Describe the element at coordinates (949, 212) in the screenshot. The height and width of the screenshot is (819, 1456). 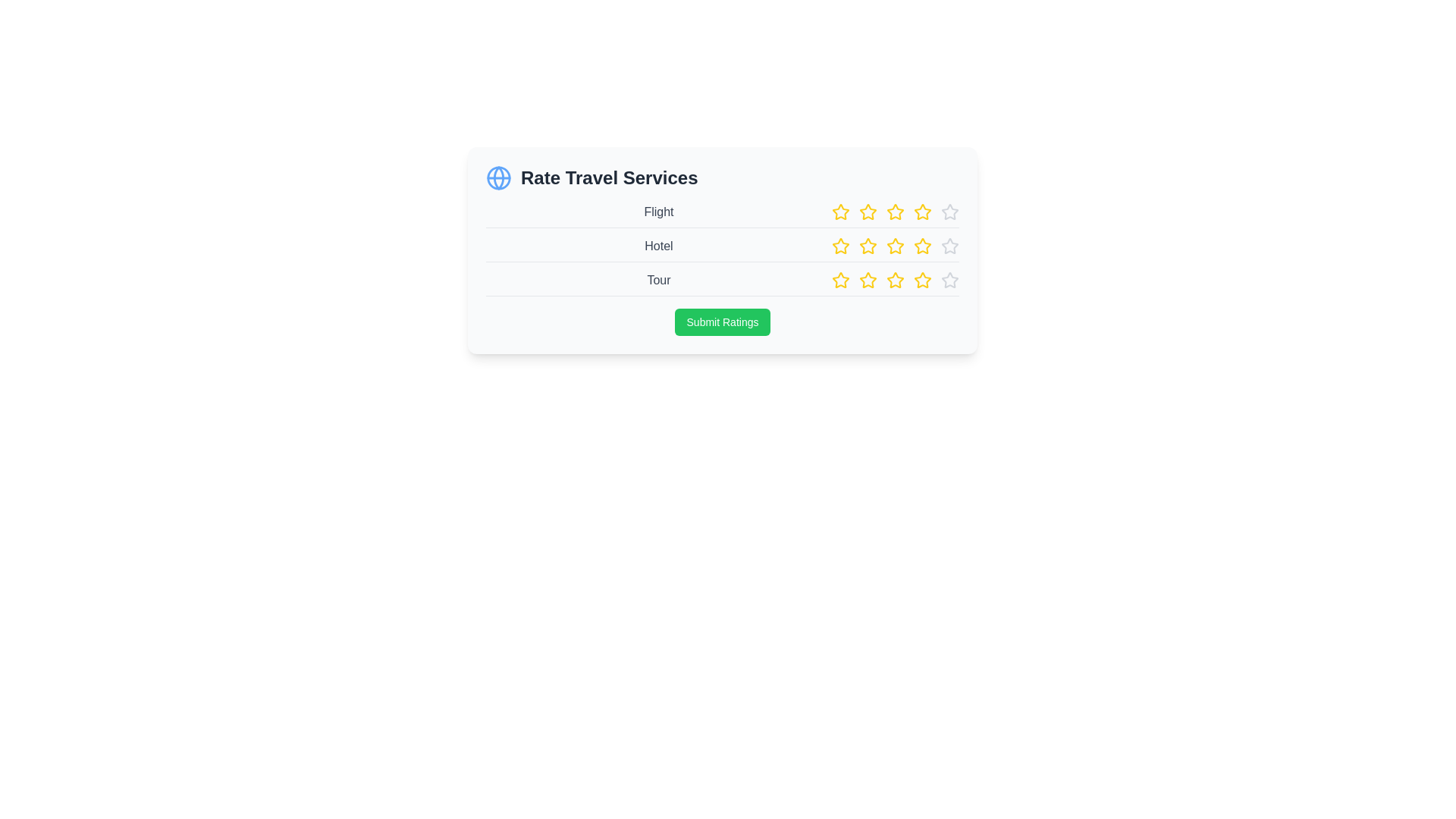
I see `the fifth star icon` at that location.